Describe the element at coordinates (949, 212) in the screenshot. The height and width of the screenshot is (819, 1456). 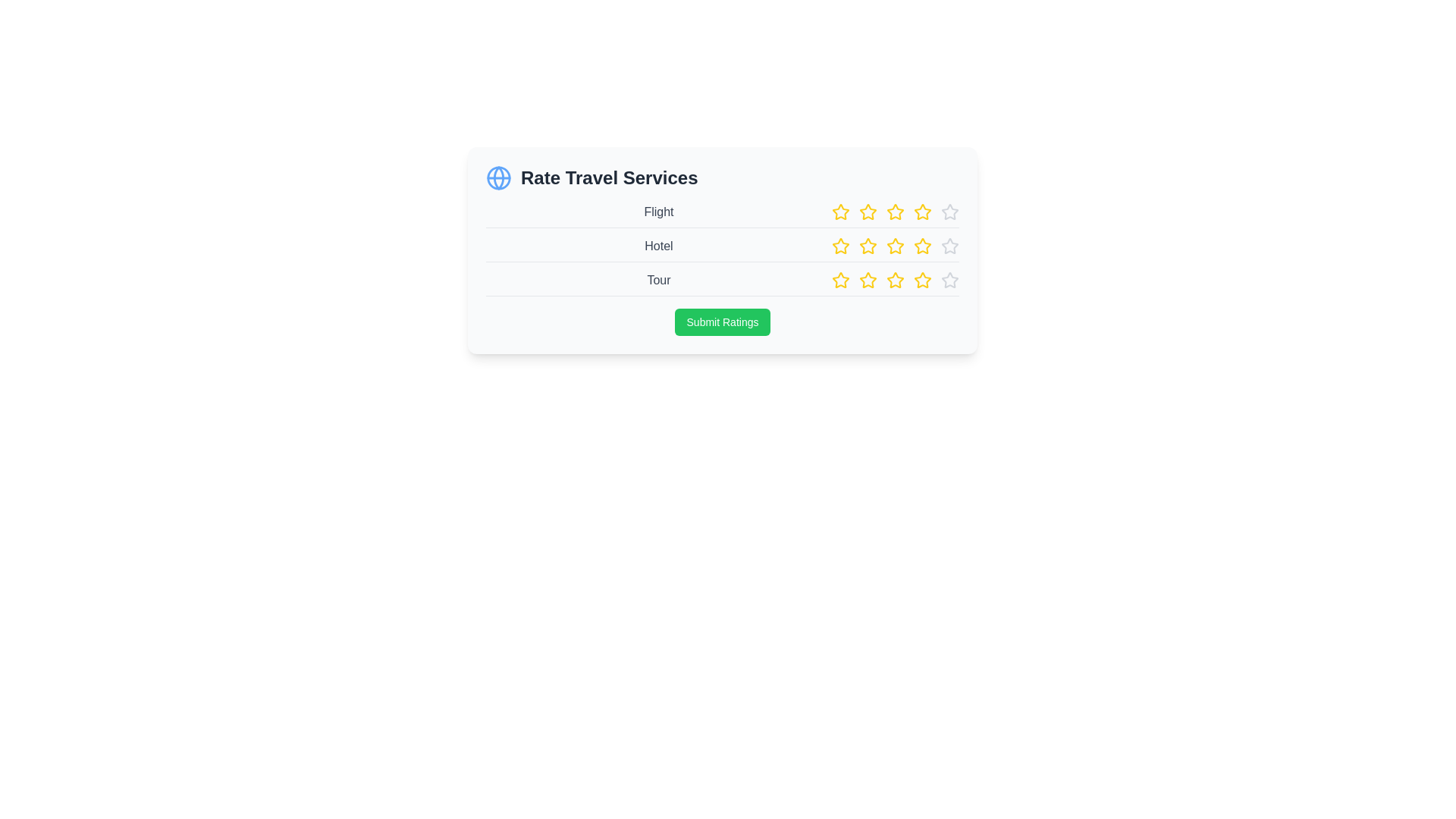
I see `the fifth star icon` at that location.